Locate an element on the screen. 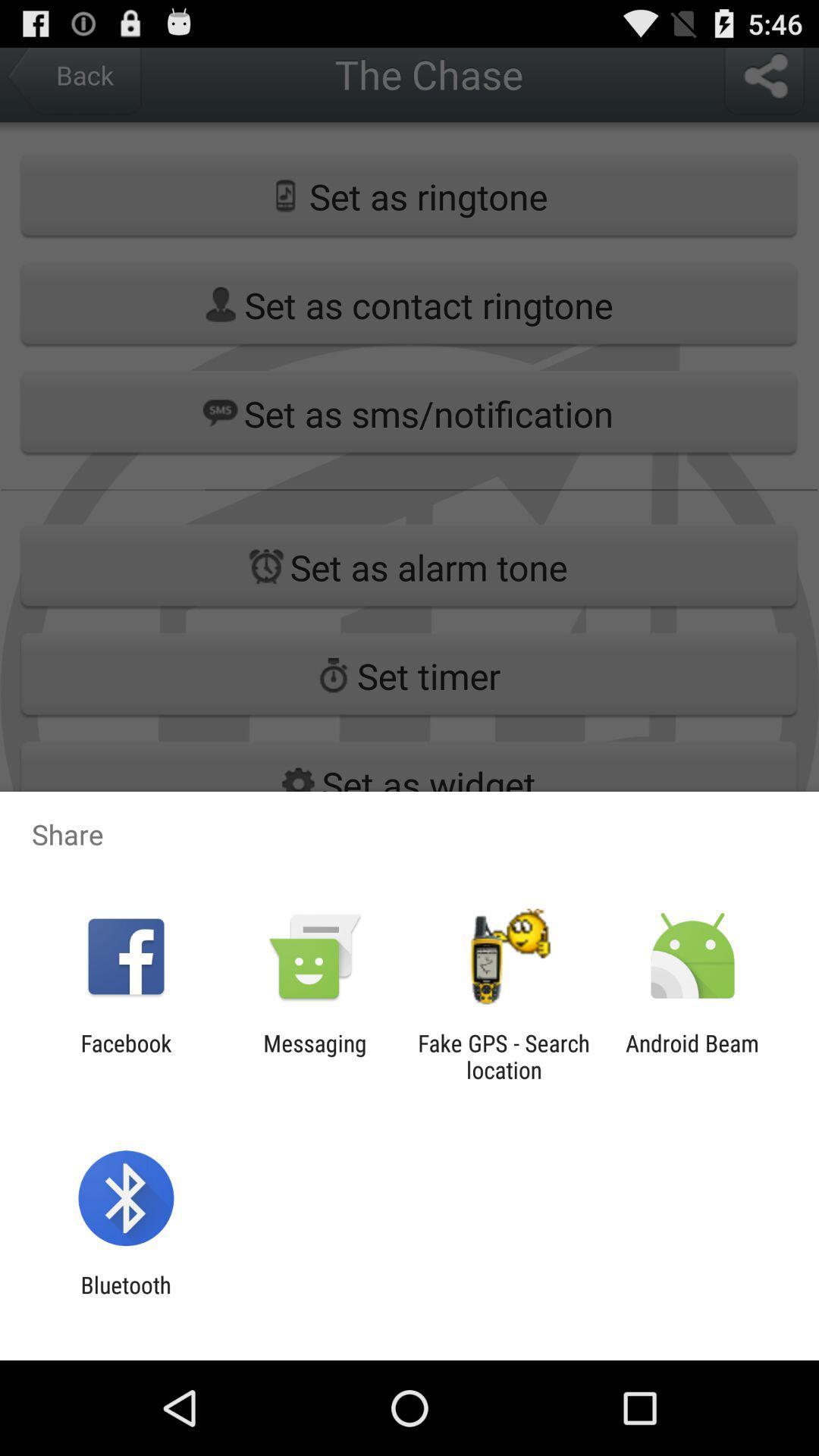  app to the left of fake gps search item is located at coordinates (314, 1056).